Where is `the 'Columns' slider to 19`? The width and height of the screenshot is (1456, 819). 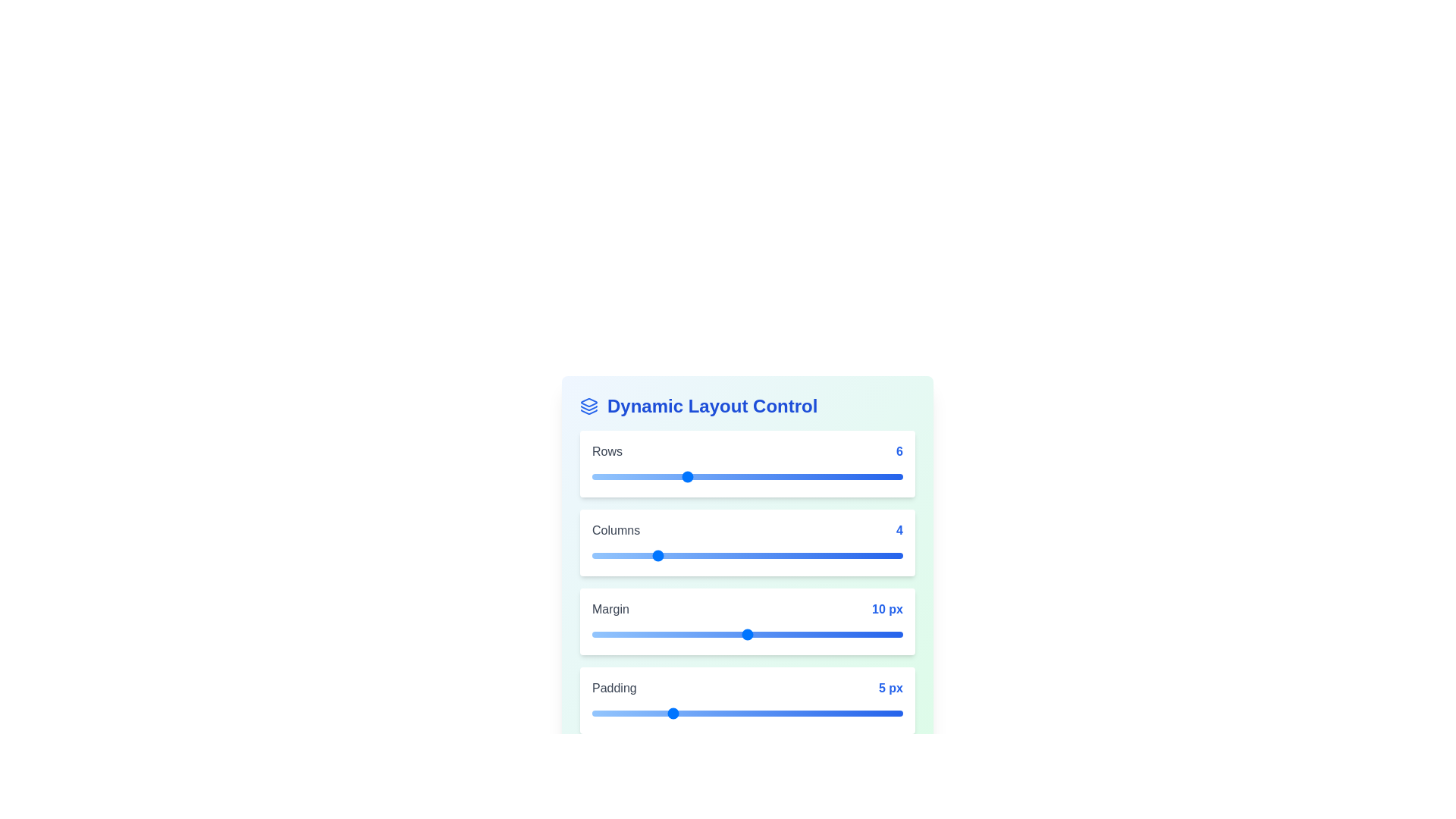
the 'Columns' slider to 19 is located at coordinates (887, 555).